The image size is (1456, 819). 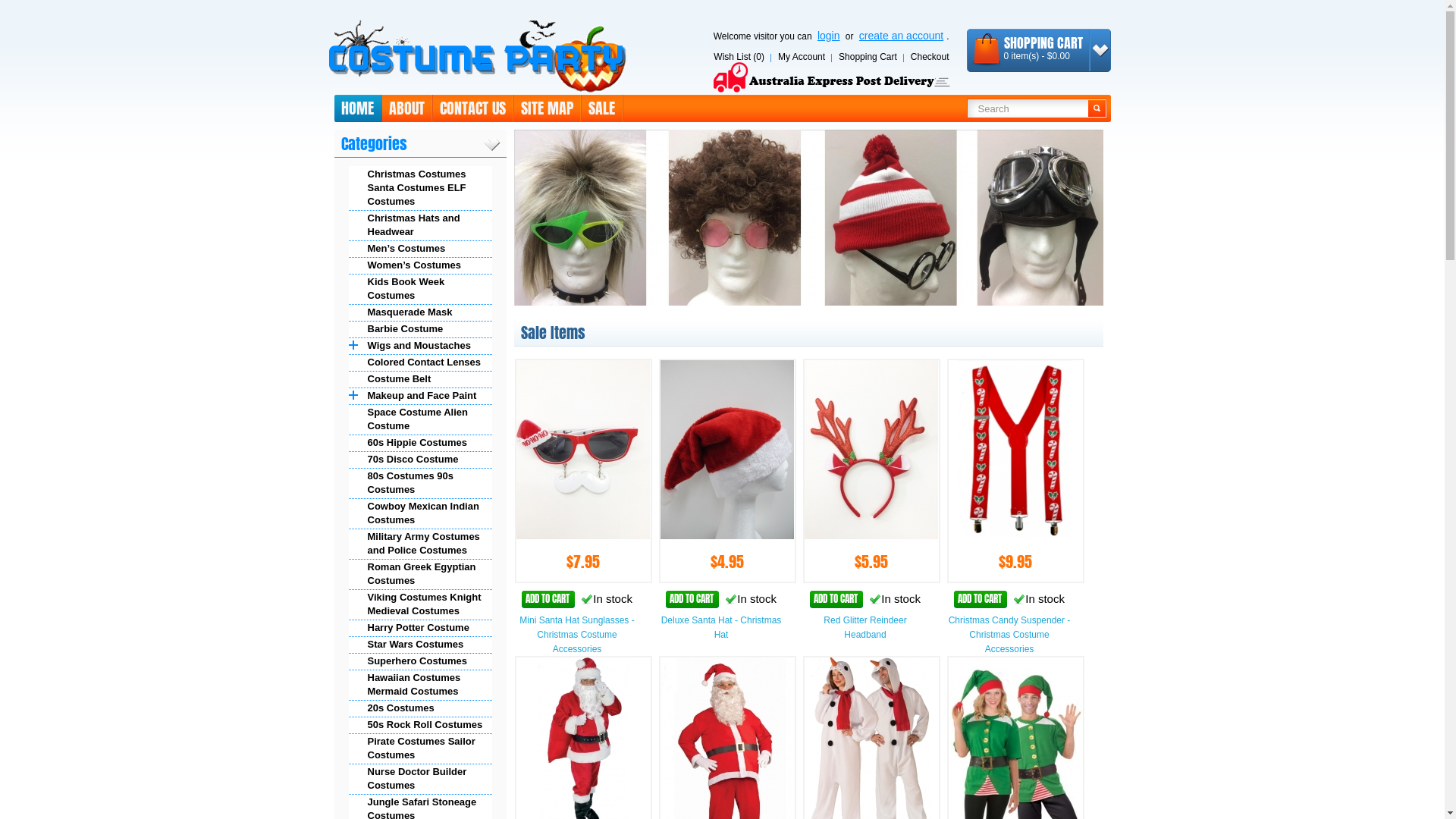 What do you see at coordinates (420, 660) in the screenshot?
I see `'Superhero Costumes'` at bounding box center [420, 660].